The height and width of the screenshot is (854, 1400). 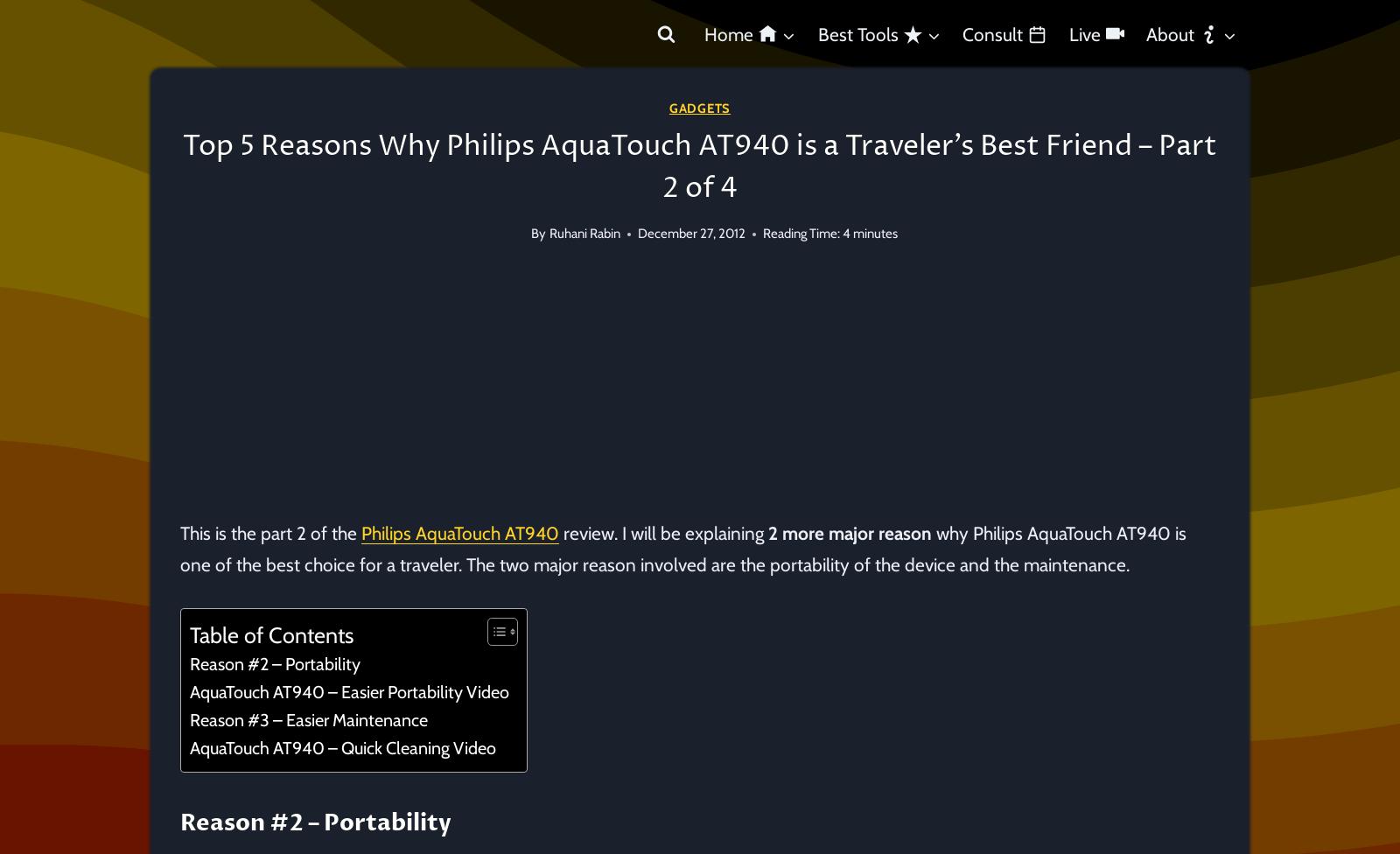 I want to click on 'review. I will be explaining', so click(x=663, y=533).